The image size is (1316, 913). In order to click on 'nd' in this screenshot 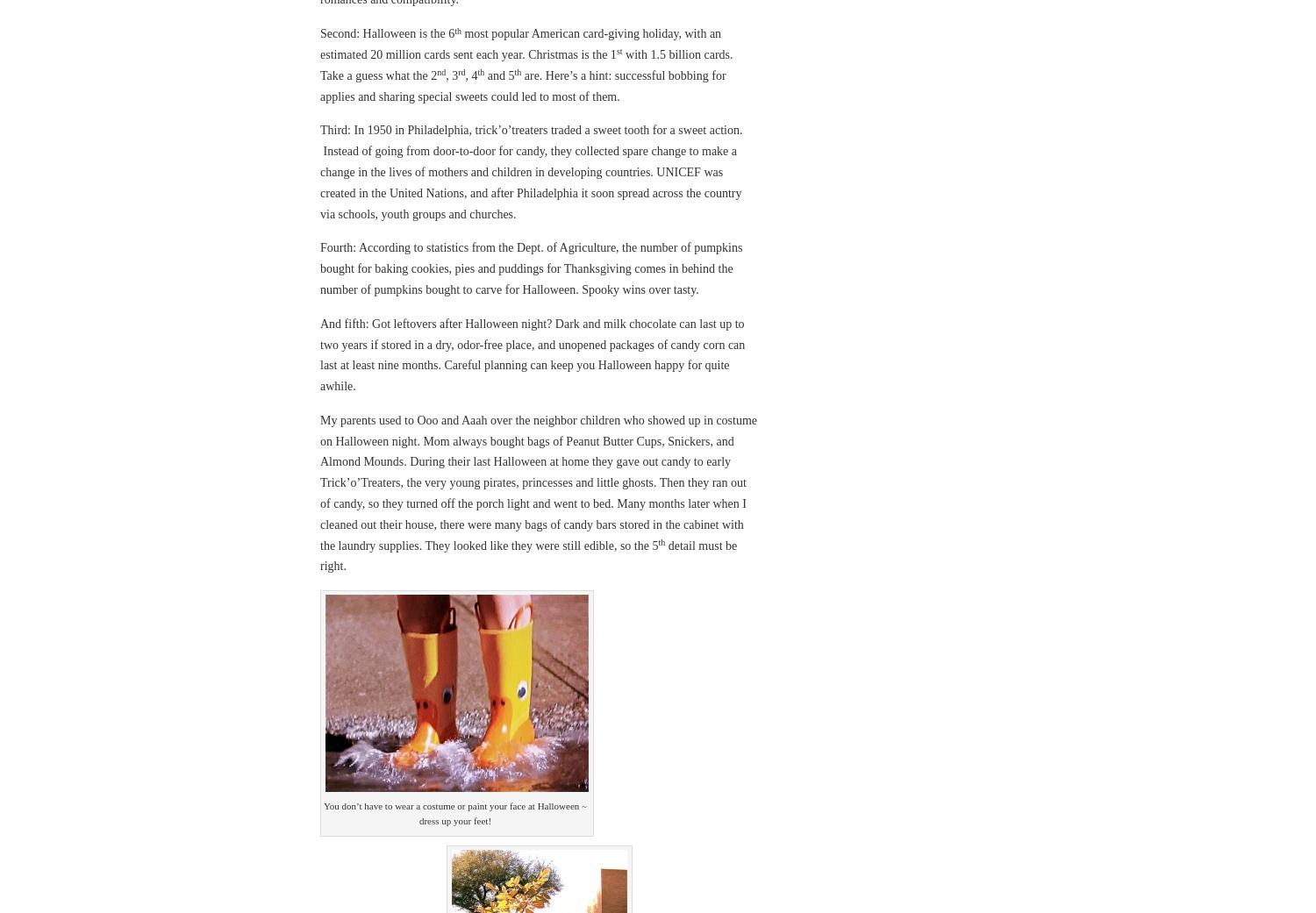, I will do `click(440, 71)`.